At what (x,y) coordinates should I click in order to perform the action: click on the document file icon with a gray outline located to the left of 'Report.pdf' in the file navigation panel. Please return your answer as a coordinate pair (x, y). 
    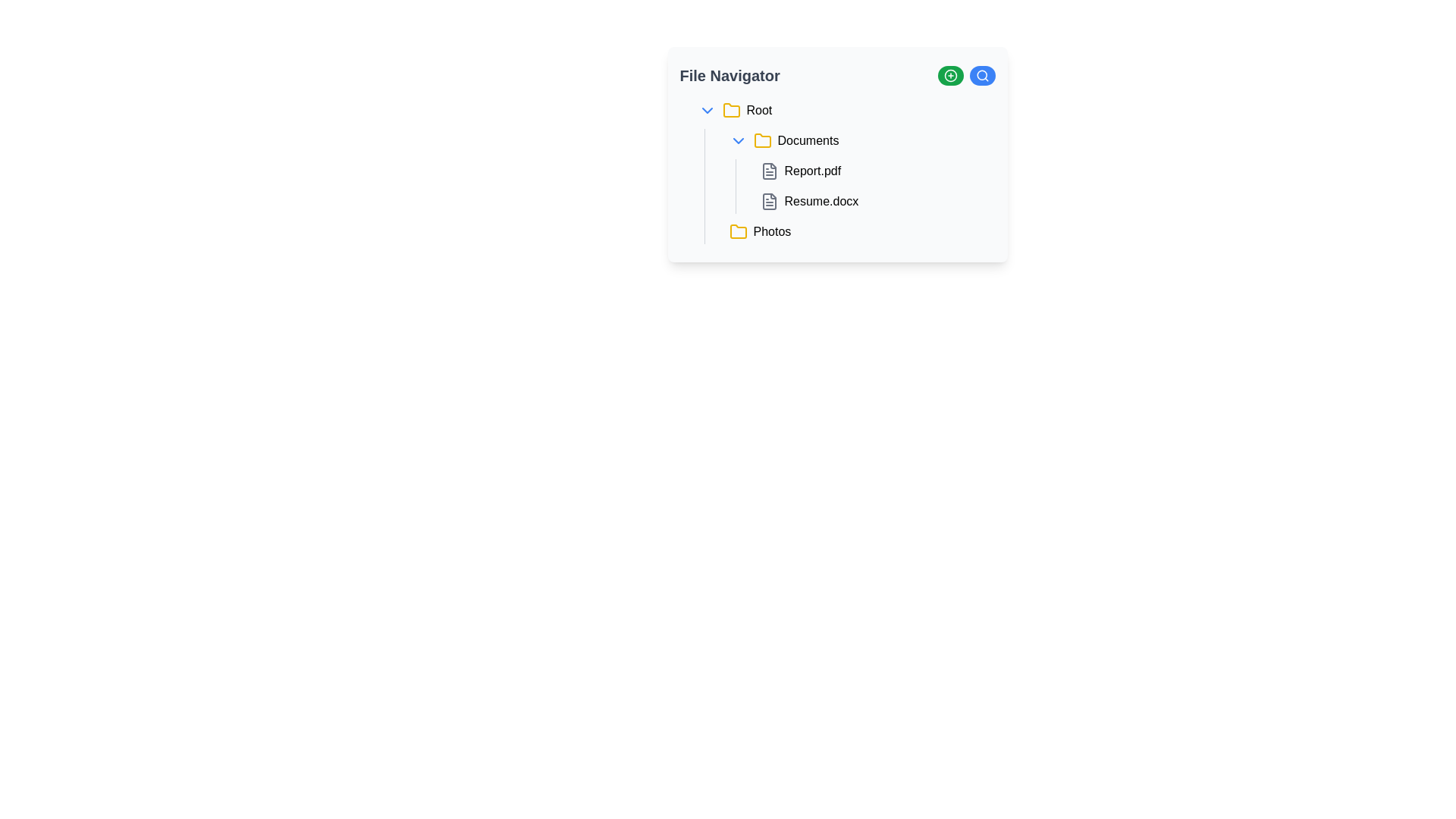
    Looking at the image, I should click on (769, 171).